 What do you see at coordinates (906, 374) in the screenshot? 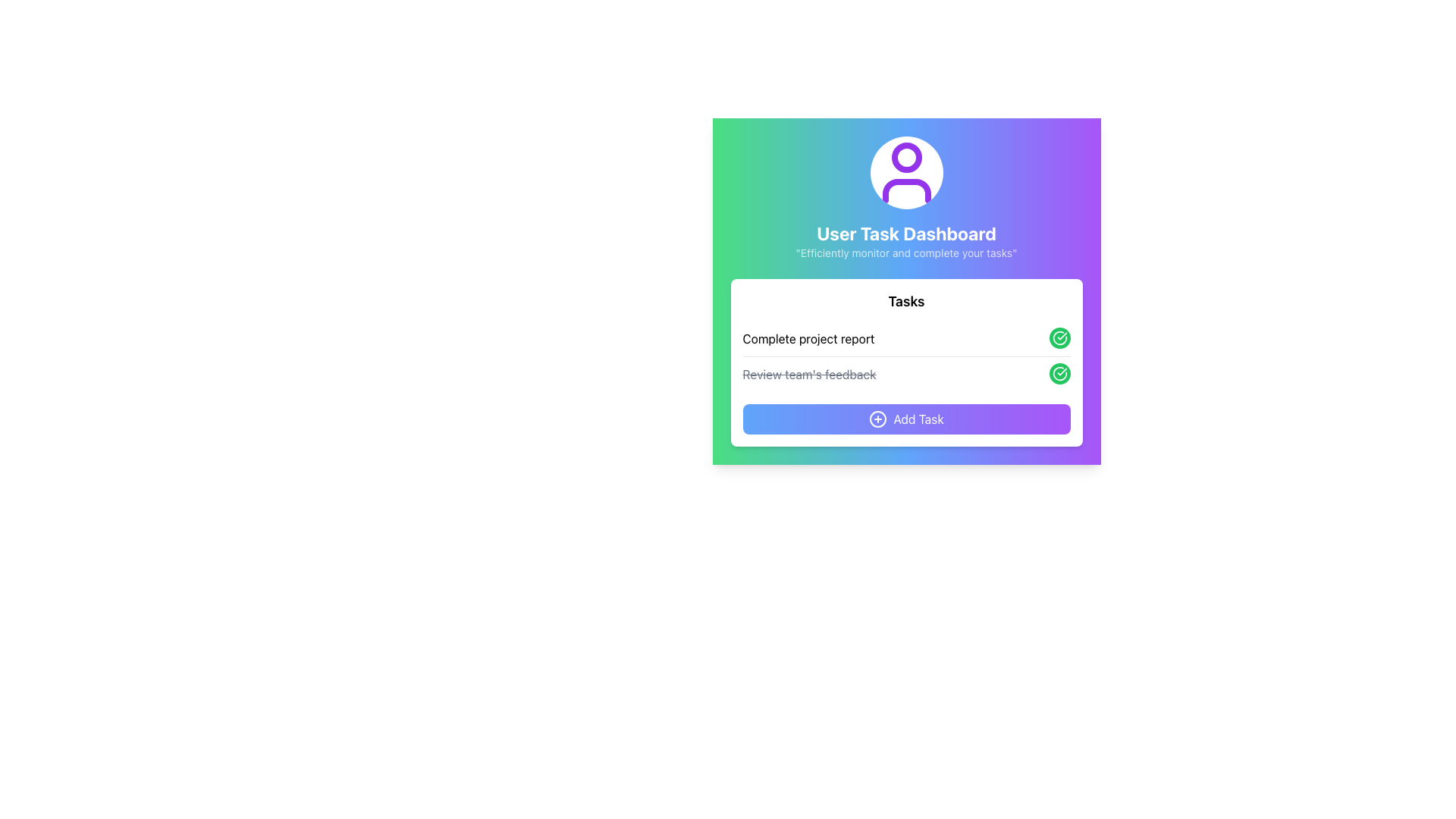
I see `the Task item displaying 'Review team's feedback' with a strikethrough style, which is the second item in the list of tasks` at bounding box center [906, 374].